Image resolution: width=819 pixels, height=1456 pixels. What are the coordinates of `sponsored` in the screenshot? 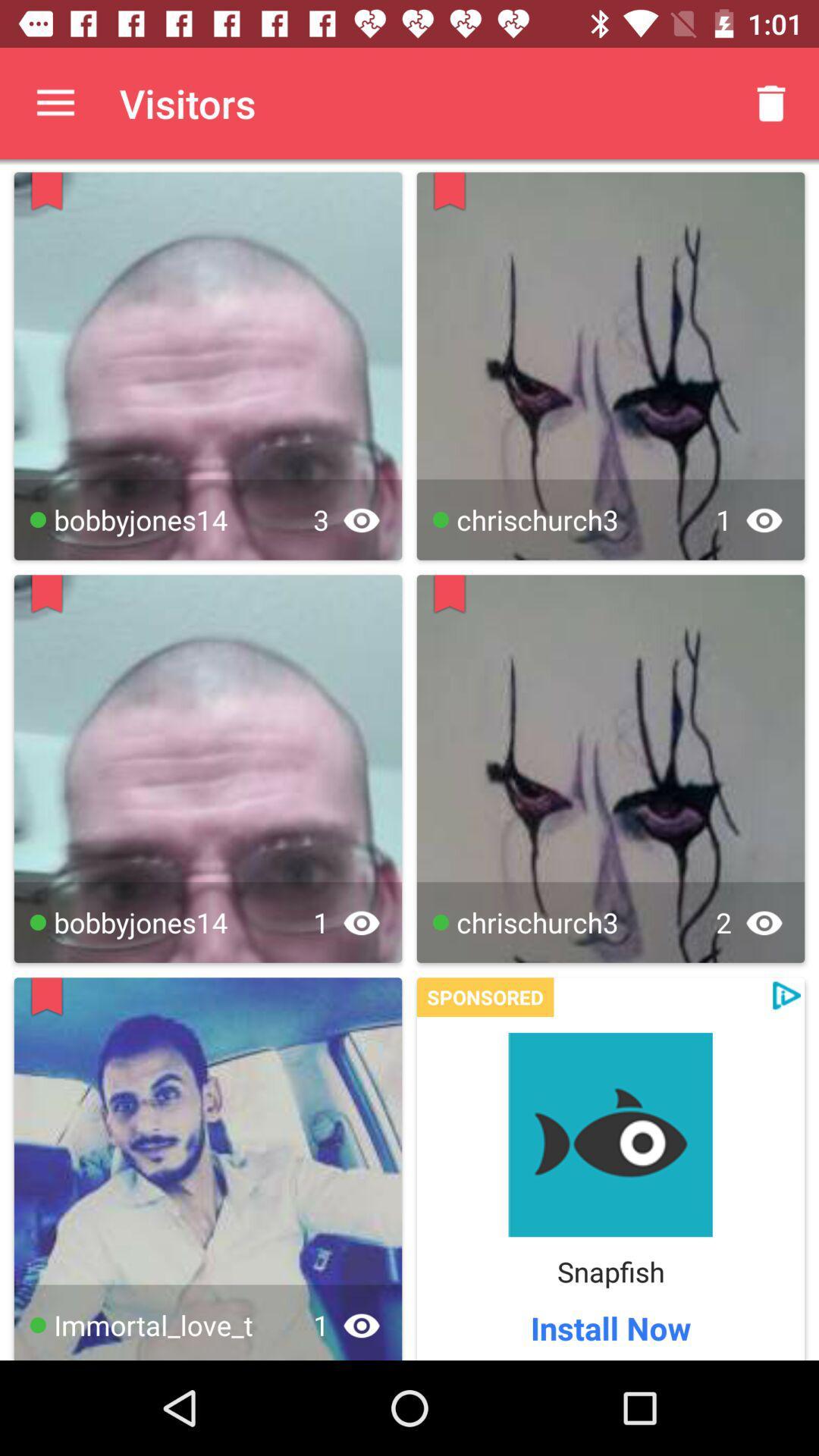 It's located at (485, 997).